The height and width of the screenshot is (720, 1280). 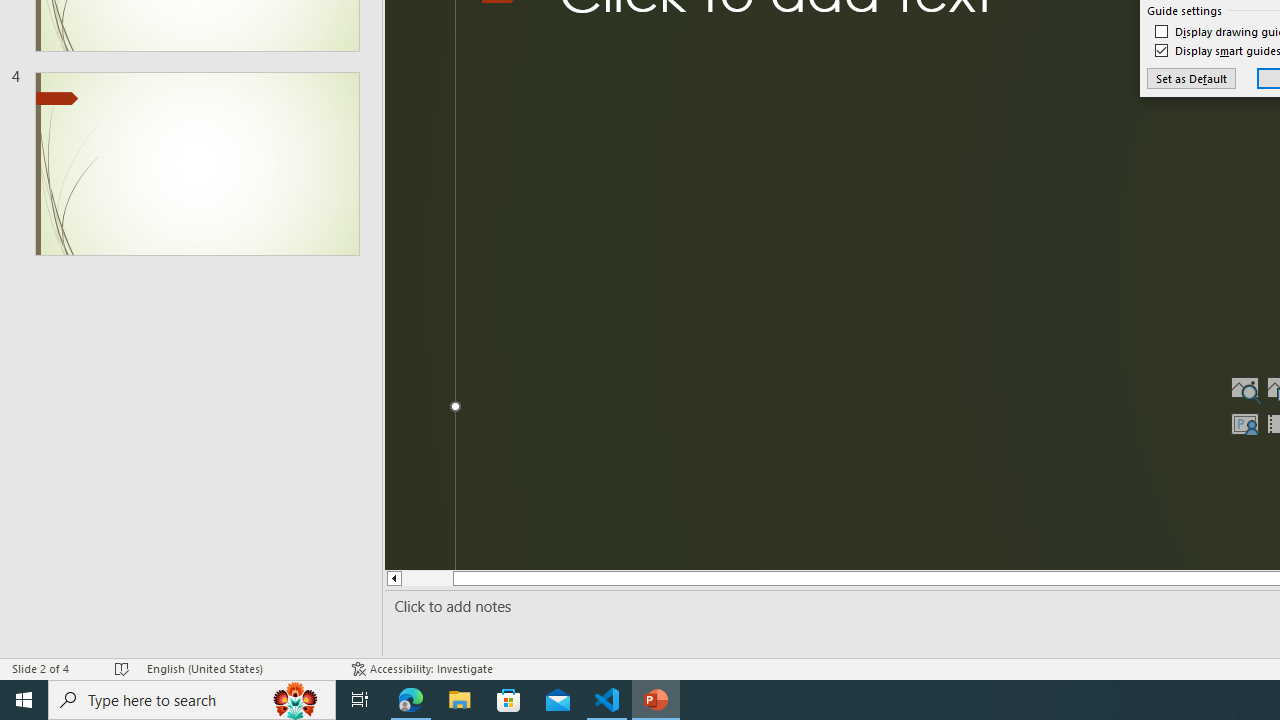 I want to click on 'Microsoft Edge - 1 running window', so click(x=410, y=698).